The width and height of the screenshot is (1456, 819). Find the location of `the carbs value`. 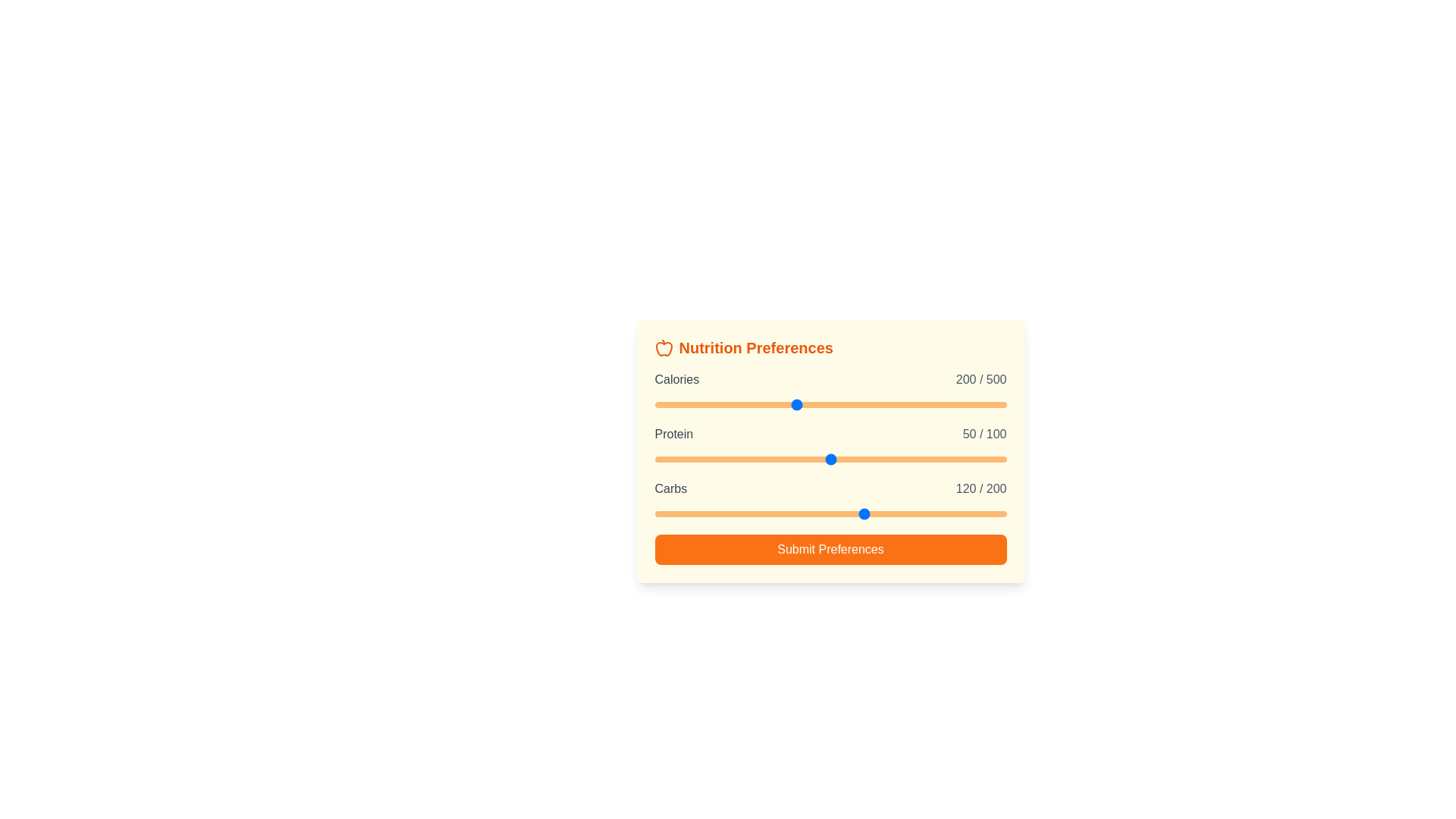

the carbs value is located at coordinates (783, 513).